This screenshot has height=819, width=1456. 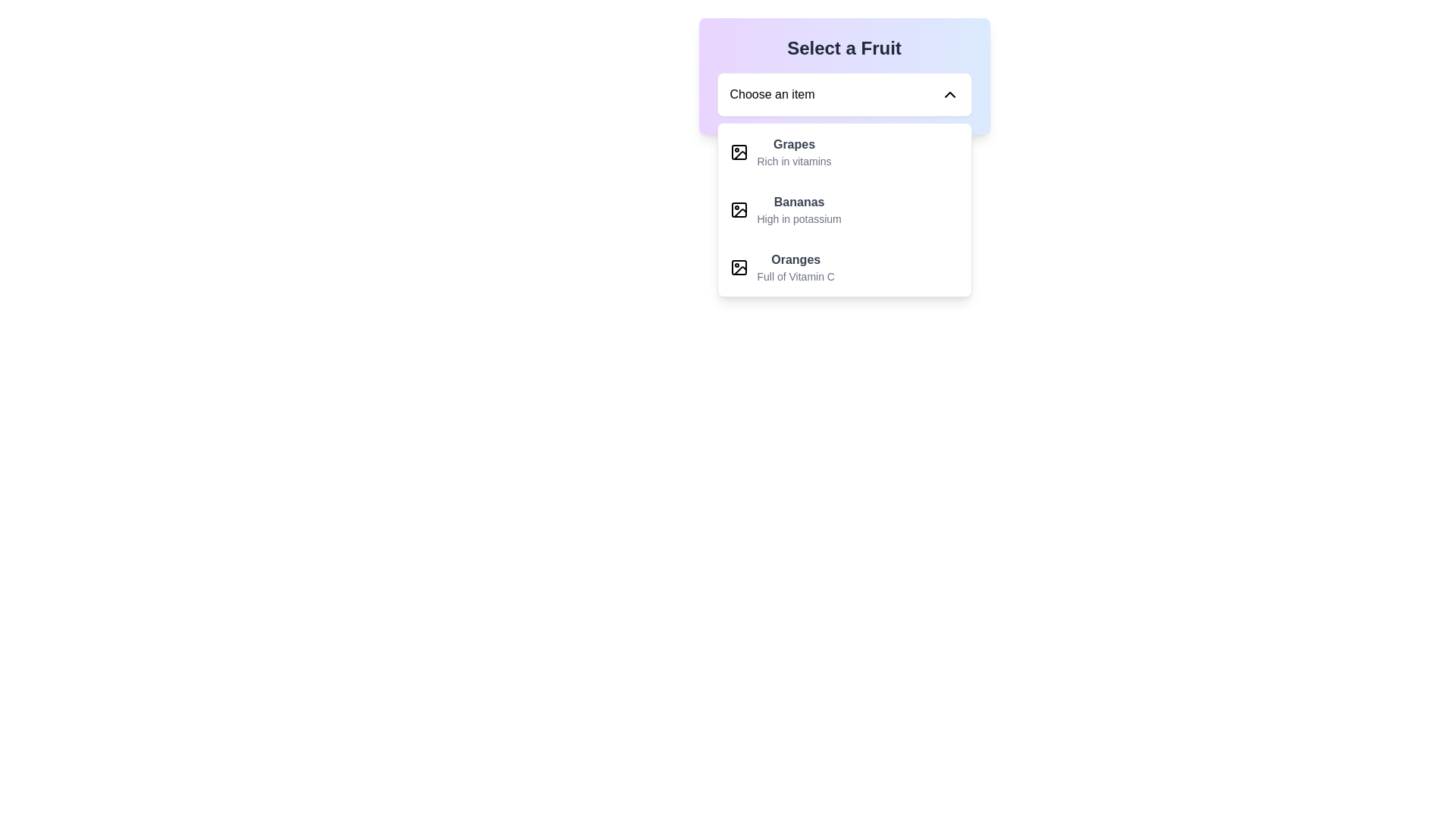 I want to click on the text label for 'Oranges', so click(x=795, y=259).